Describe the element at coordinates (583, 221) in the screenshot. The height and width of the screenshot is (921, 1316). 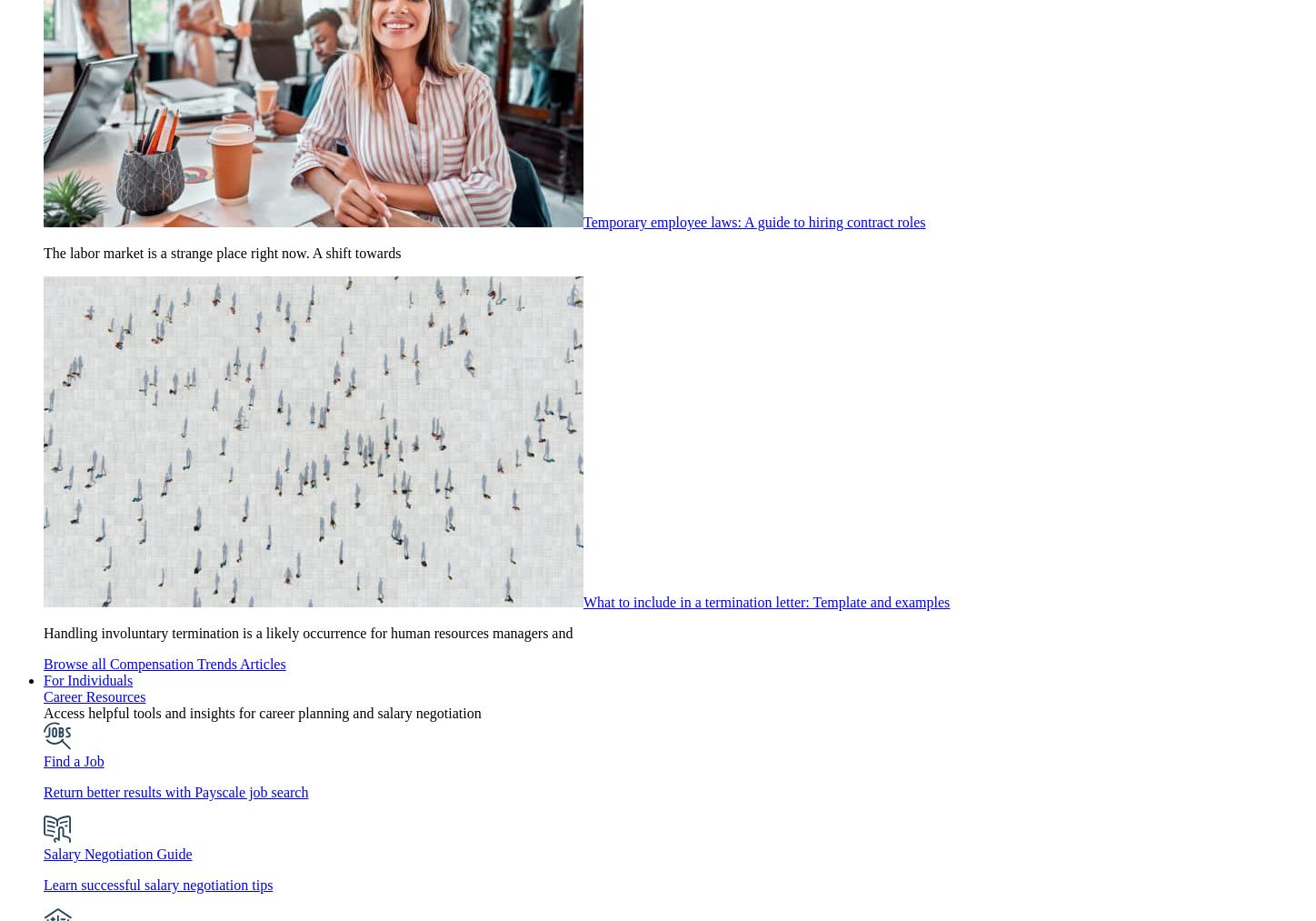
I see `'Temporary employee laws: A guide to hiring contract roles'` at that location.